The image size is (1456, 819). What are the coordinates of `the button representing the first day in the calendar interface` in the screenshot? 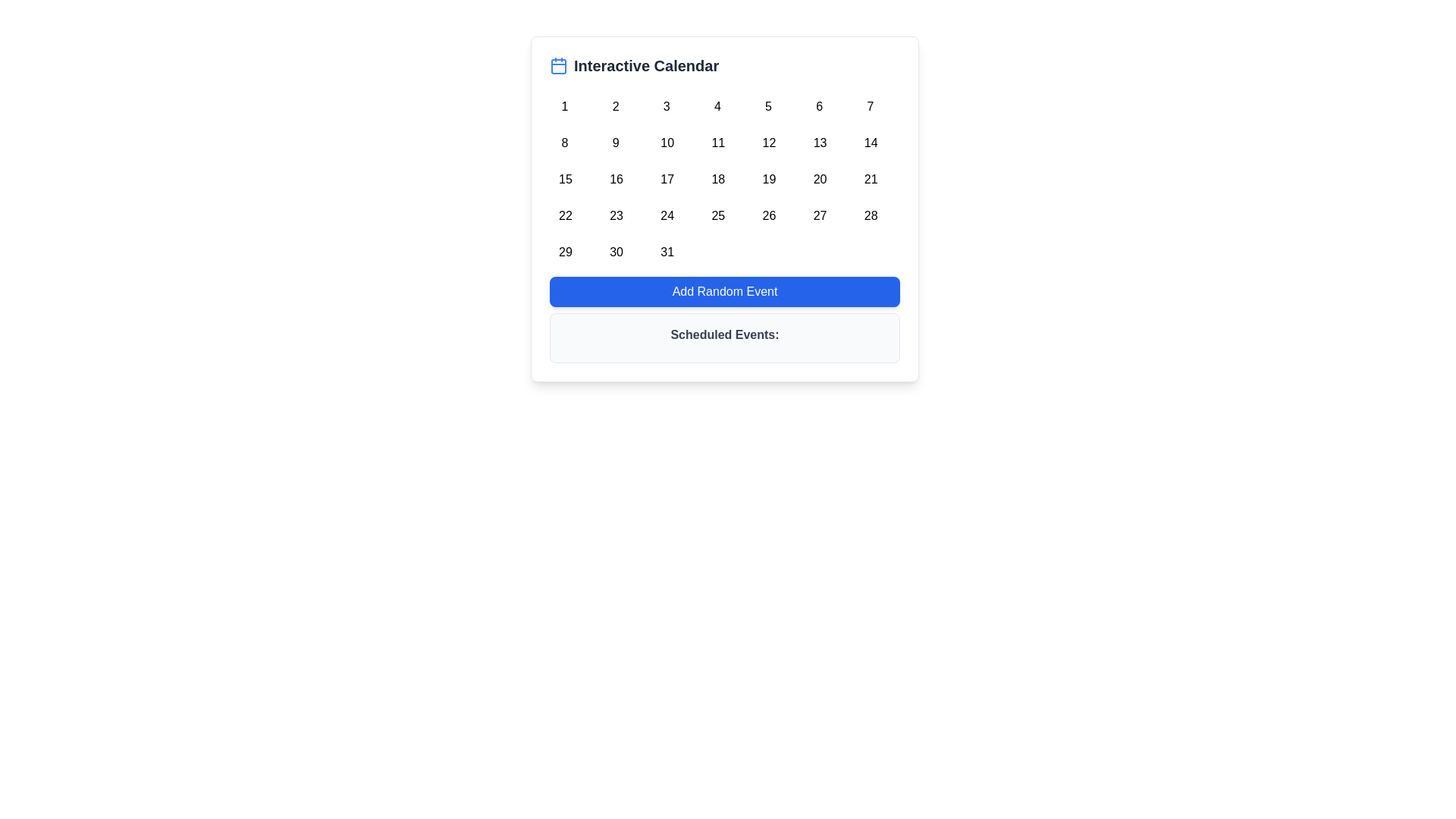 It's located at (563, 103).